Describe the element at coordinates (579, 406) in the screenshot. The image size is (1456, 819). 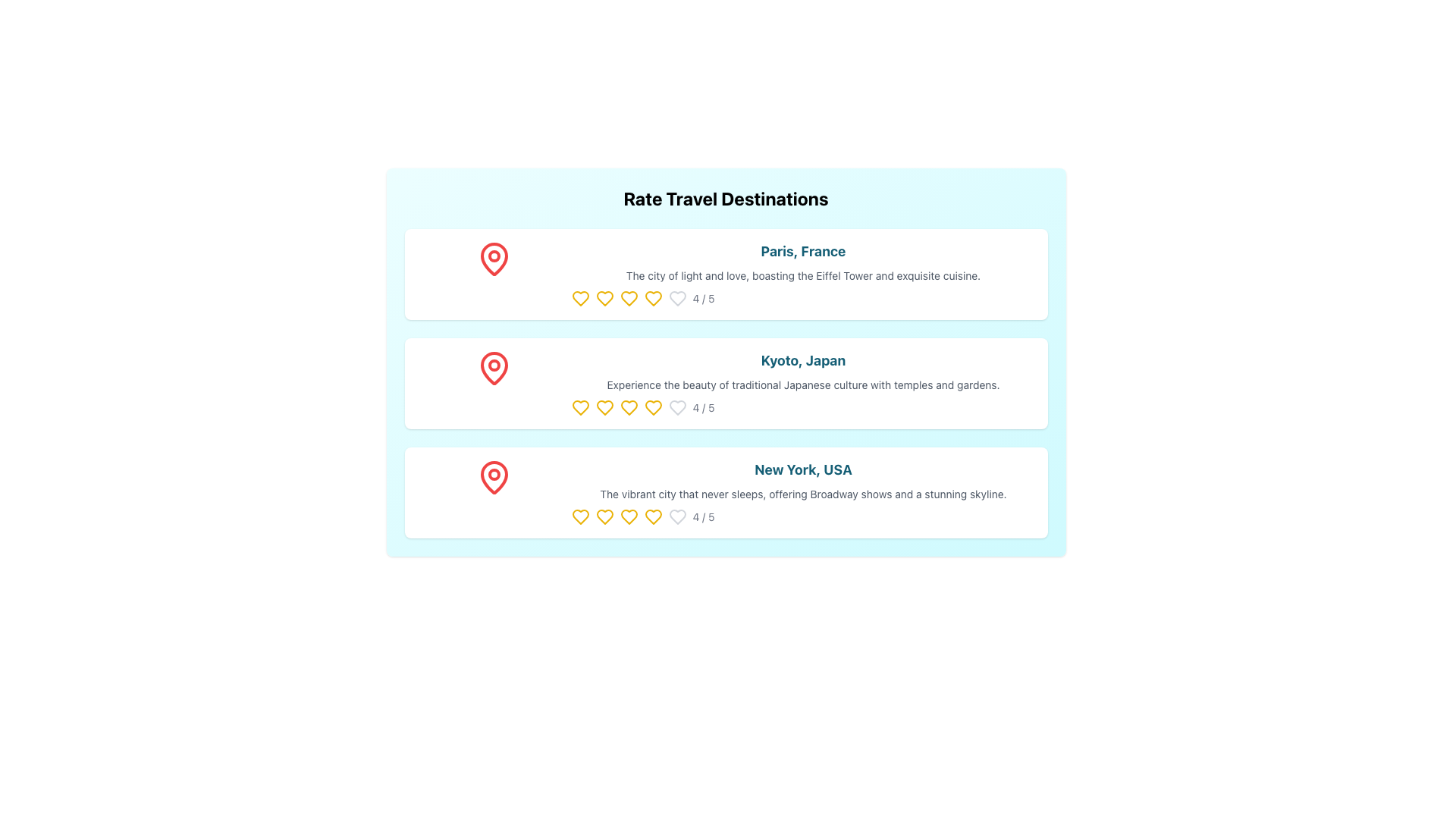
I see `the third heart-shaped icon outlined in gold under the entry titled 'Kyoto, Japan' for additional actions` at that location.